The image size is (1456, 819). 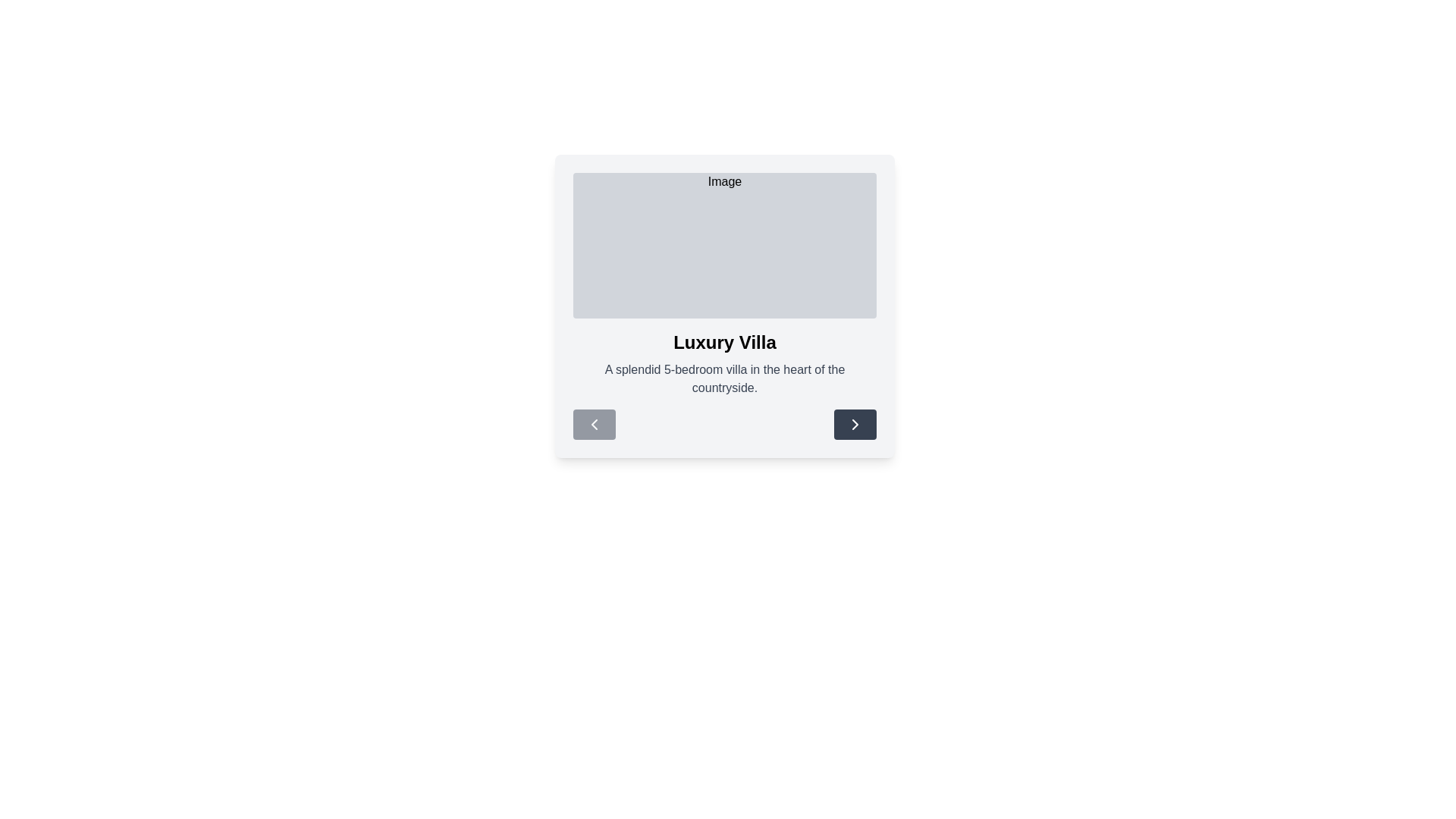 I want to click on the first button on the left with a gray background and a white leftward-pointing chevron icon, so click(x=593, y=424).